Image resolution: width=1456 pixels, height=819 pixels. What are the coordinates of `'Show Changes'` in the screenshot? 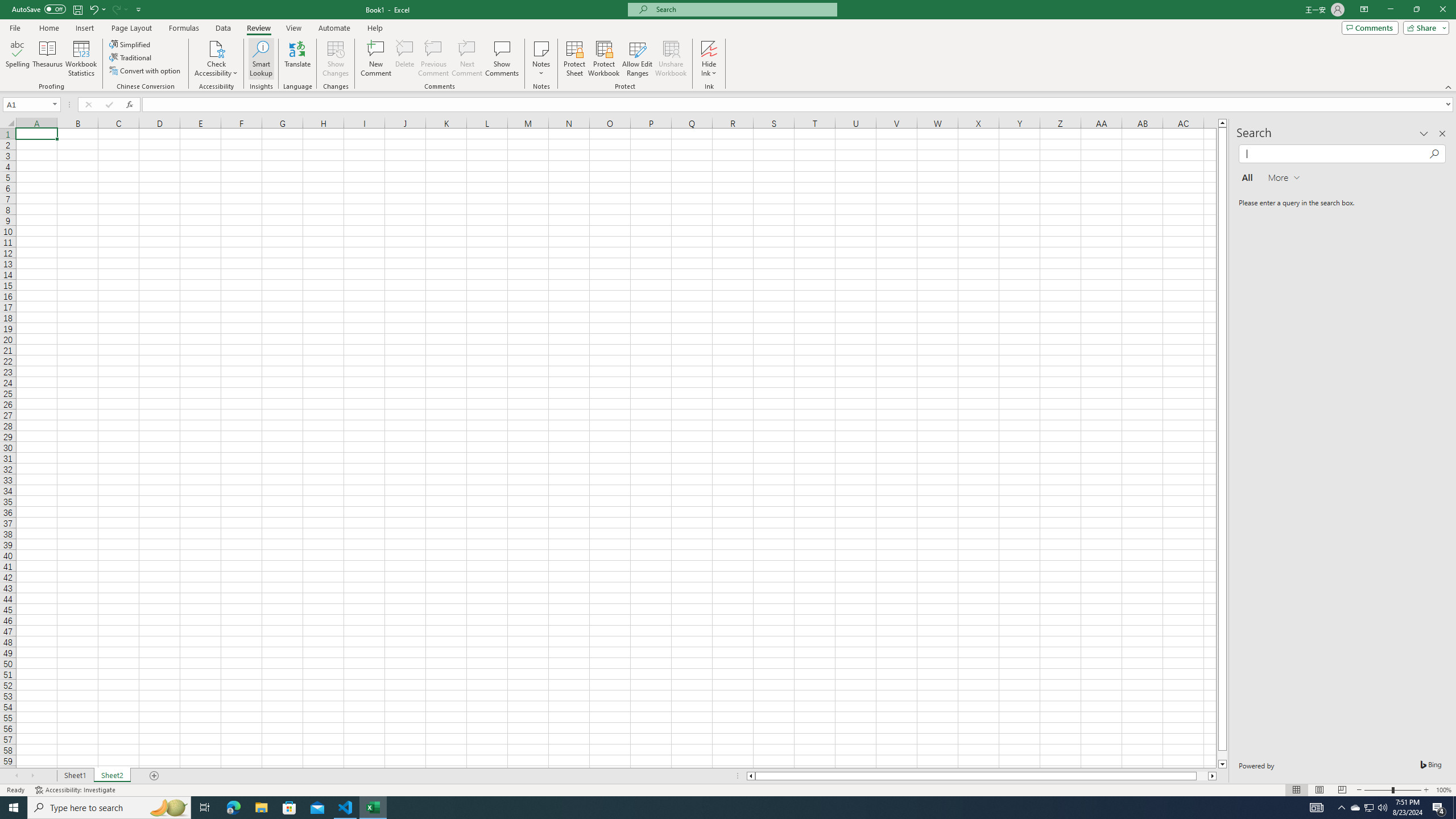 It's located at (336, 59).